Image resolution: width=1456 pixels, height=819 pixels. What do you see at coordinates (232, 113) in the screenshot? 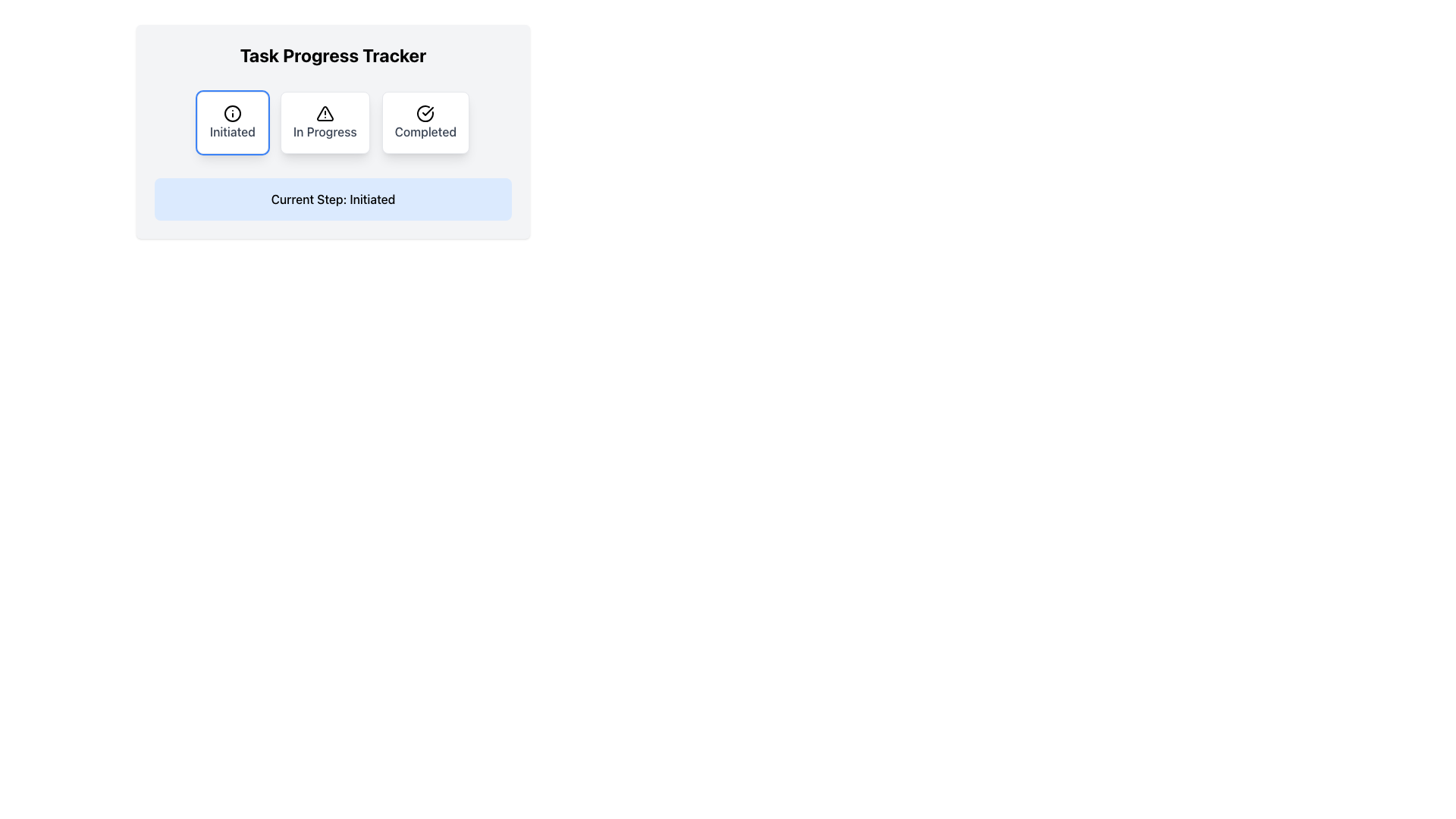
I see `the Circular SVG graphic element representing the 'Initiated' state in the task tracker` at bounding box center [232, 113].